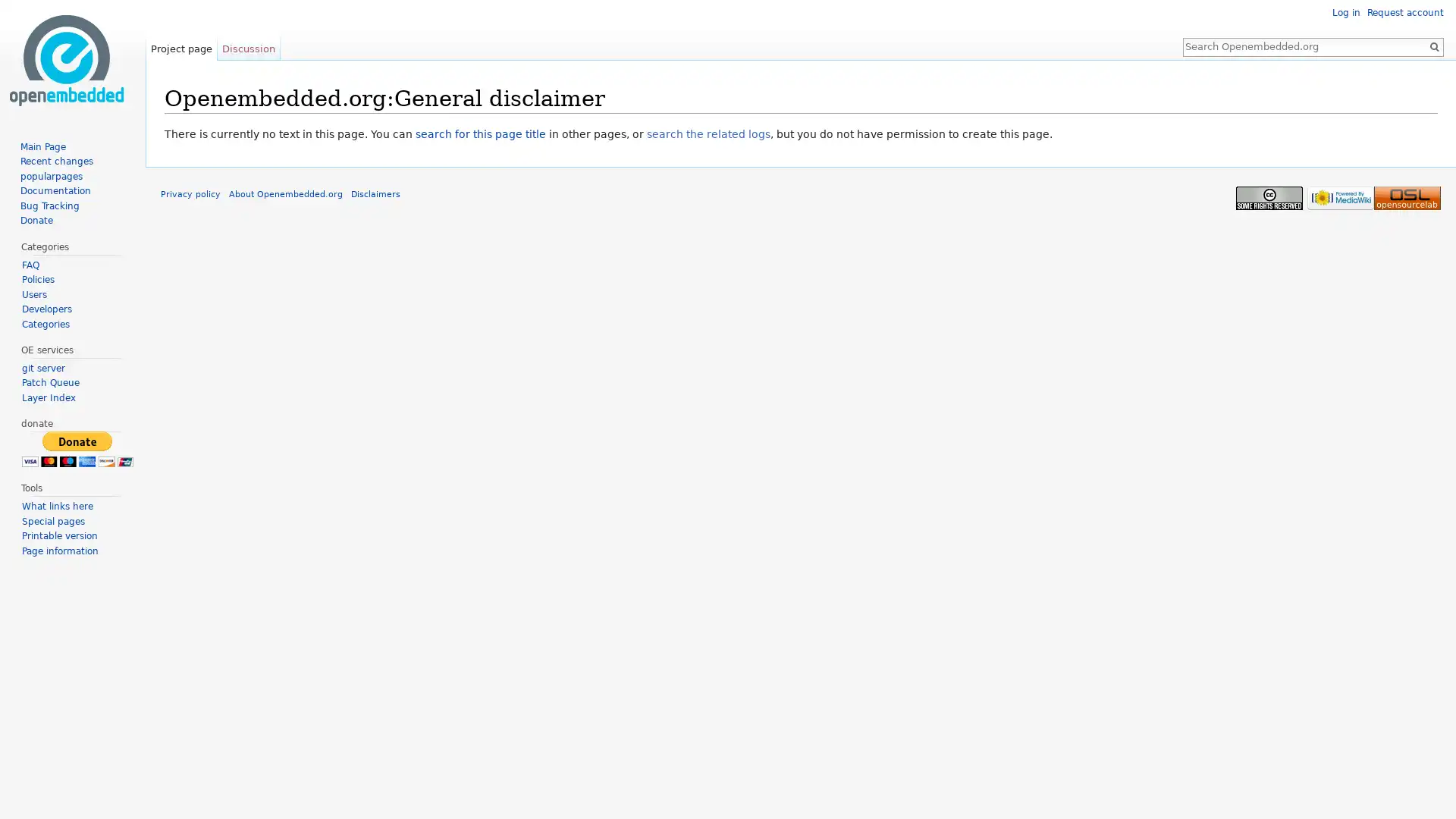 The image size is (1456, 819). What do you see at coordinates (76, 448) in the screenshot?
I see `PayPal - The safer, easier way to pay online!` at bounding box center [76, 448].